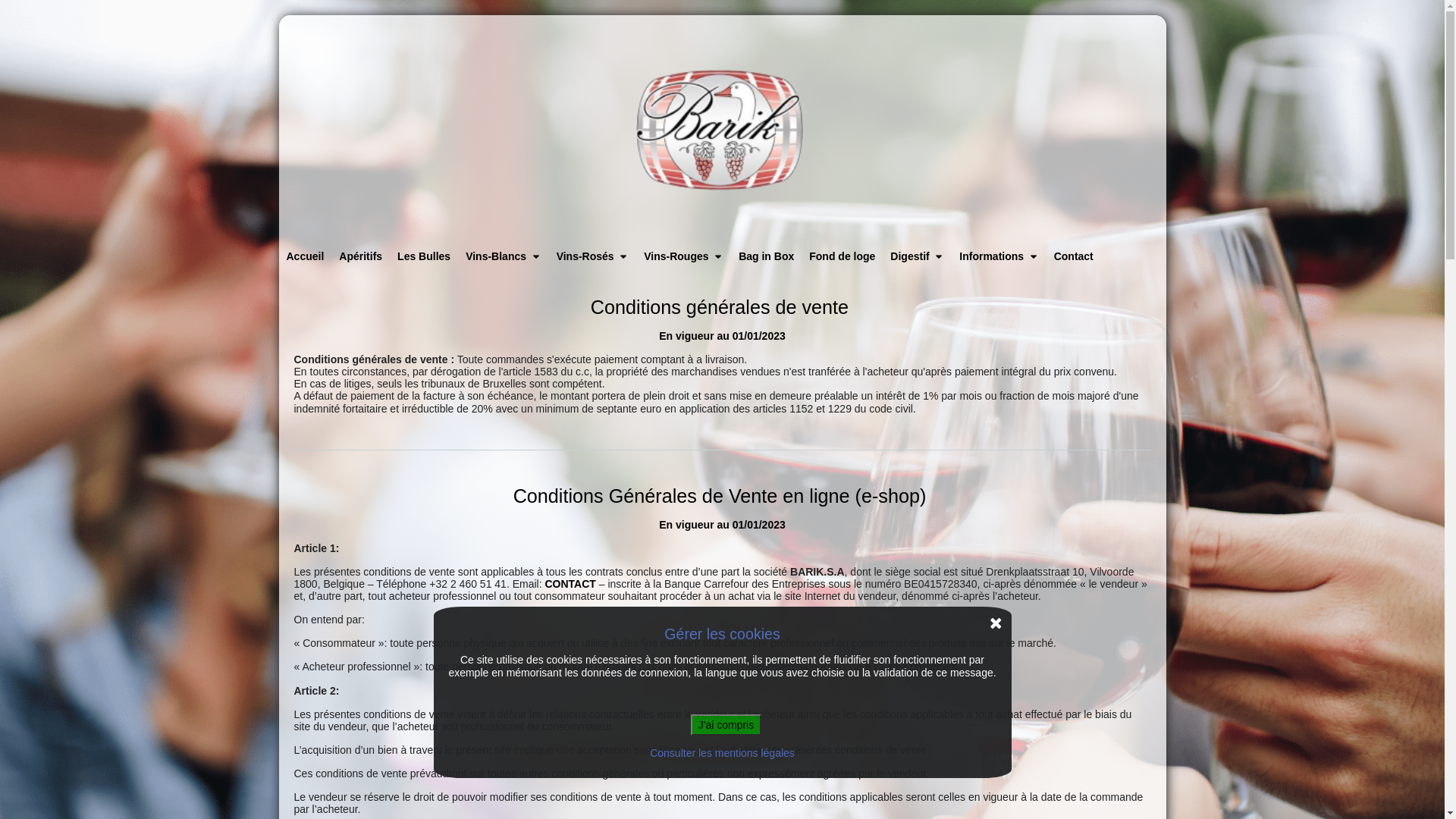 The width and height of the screenshot is (1456, 819). Describe the element at coordinates (725, 724) in the screenshot. I see `'J'ai compris'` at that location.